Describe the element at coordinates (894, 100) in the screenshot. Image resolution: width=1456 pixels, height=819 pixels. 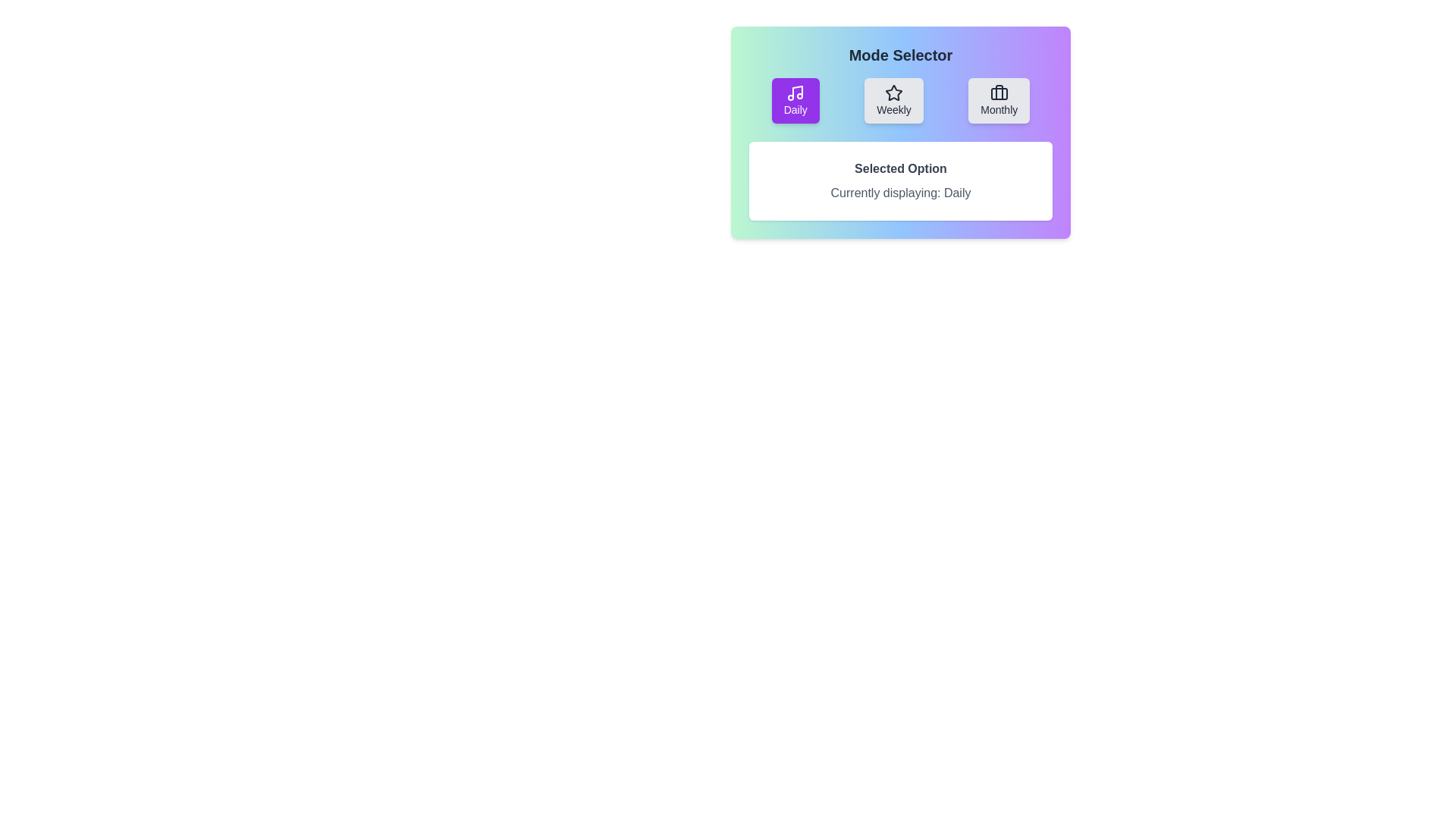
I see `the 'Weekly' button with a star icon` at that location.